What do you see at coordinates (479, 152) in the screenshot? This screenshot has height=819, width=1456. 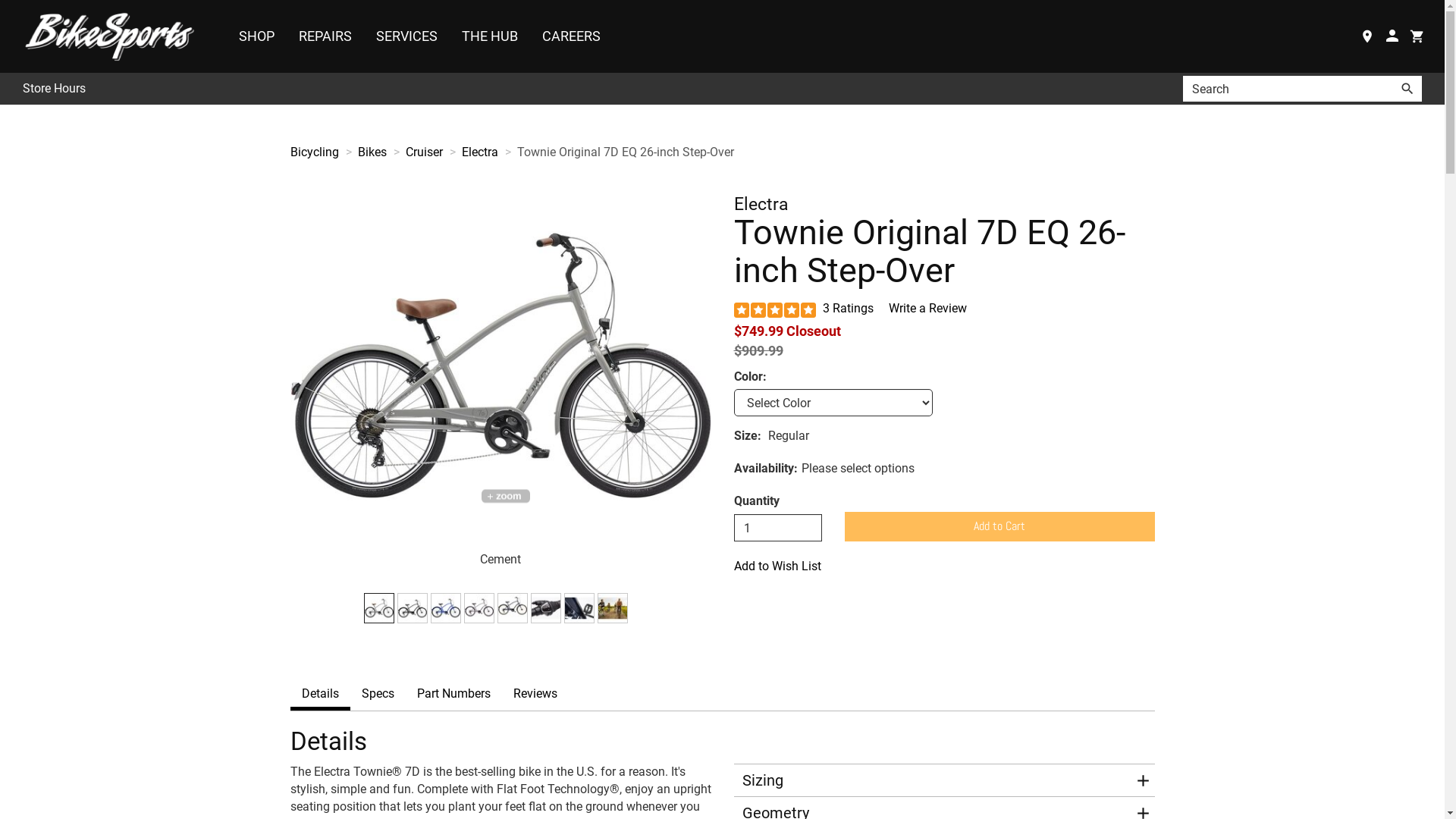 I see `'Electra'` at bounding box center [479, 152].